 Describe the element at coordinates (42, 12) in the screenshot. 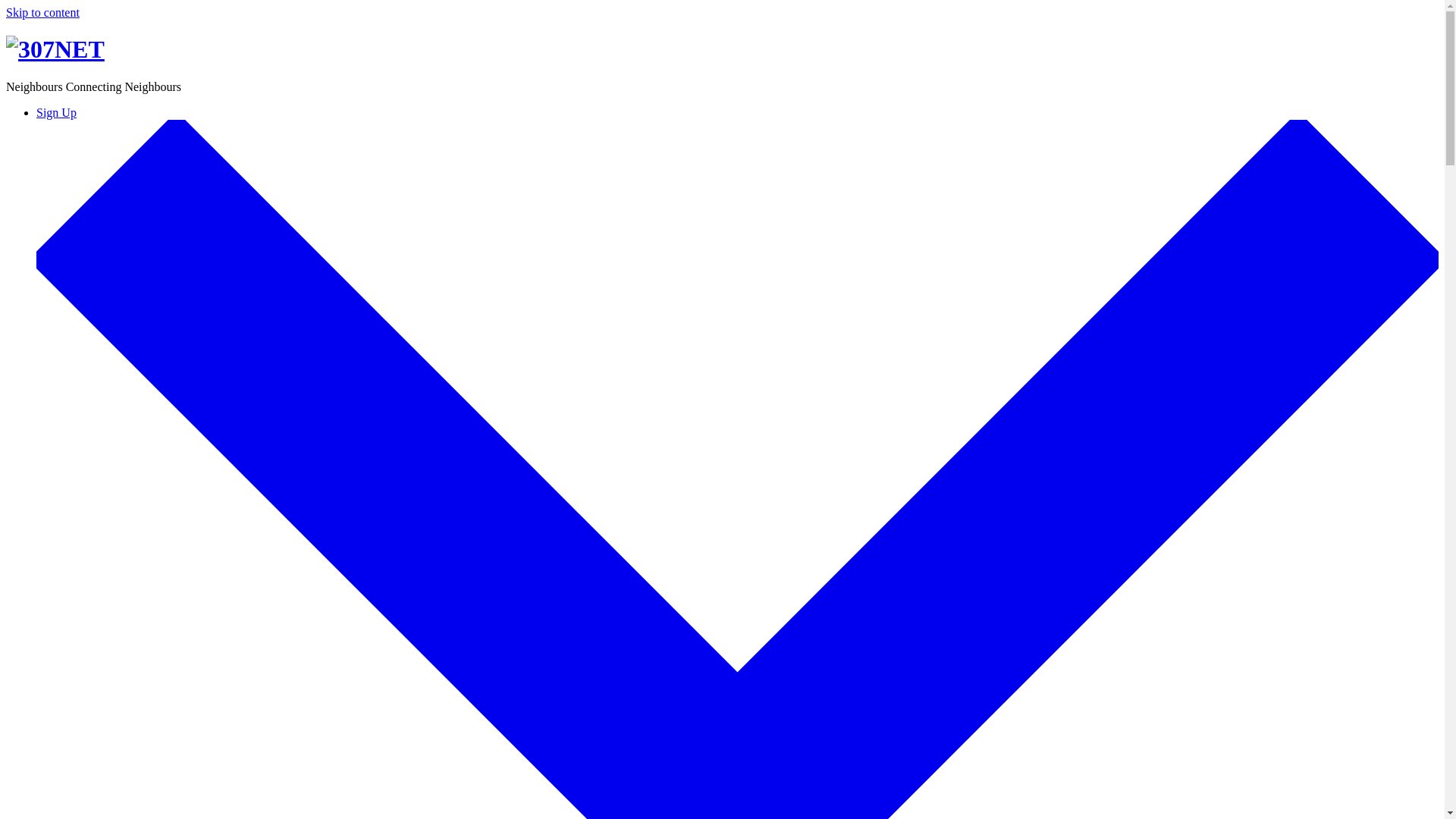

I see `'Skip to content'` at that location.